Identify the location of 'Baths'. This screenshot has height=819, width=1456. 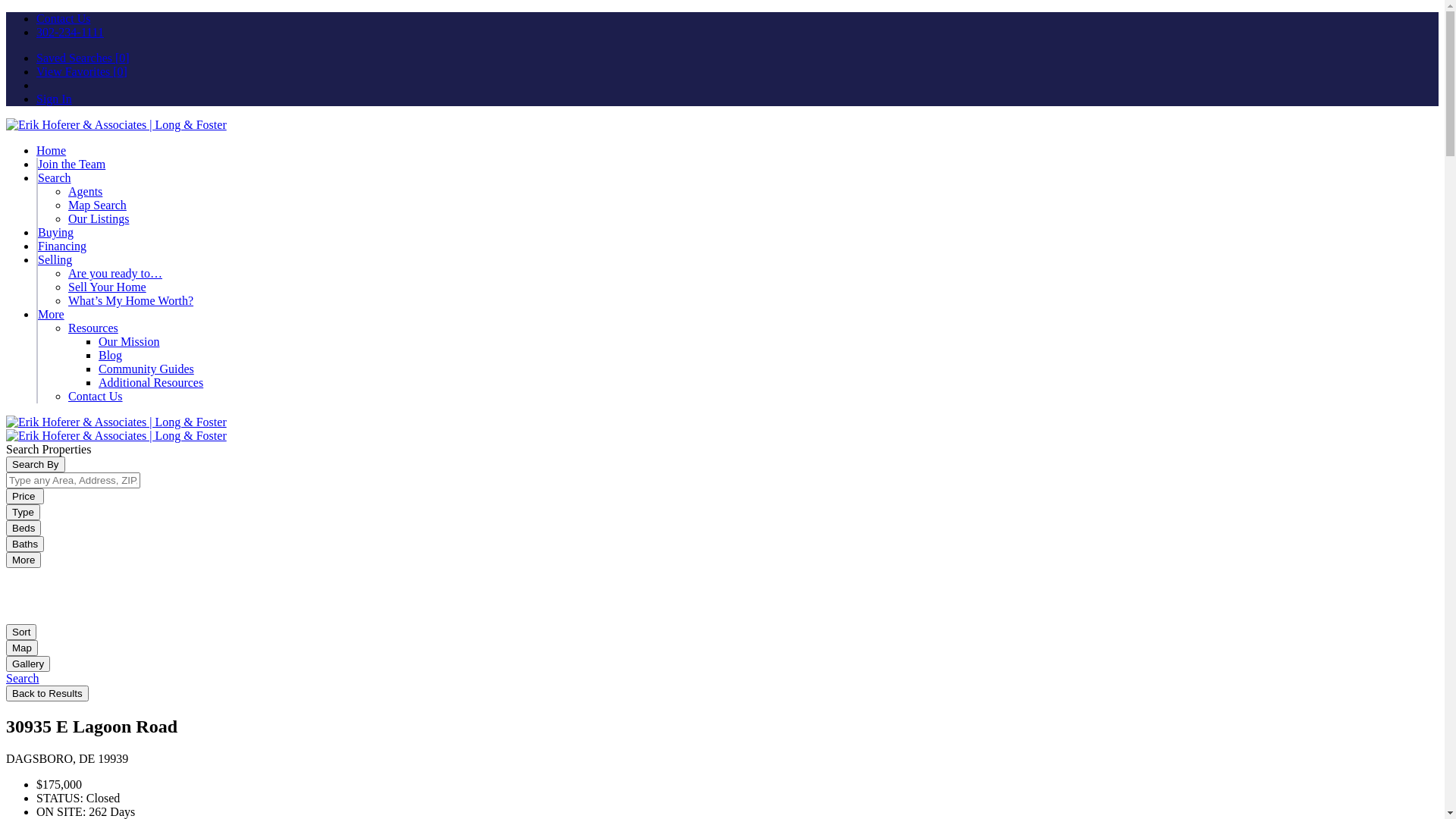
(25, 543).